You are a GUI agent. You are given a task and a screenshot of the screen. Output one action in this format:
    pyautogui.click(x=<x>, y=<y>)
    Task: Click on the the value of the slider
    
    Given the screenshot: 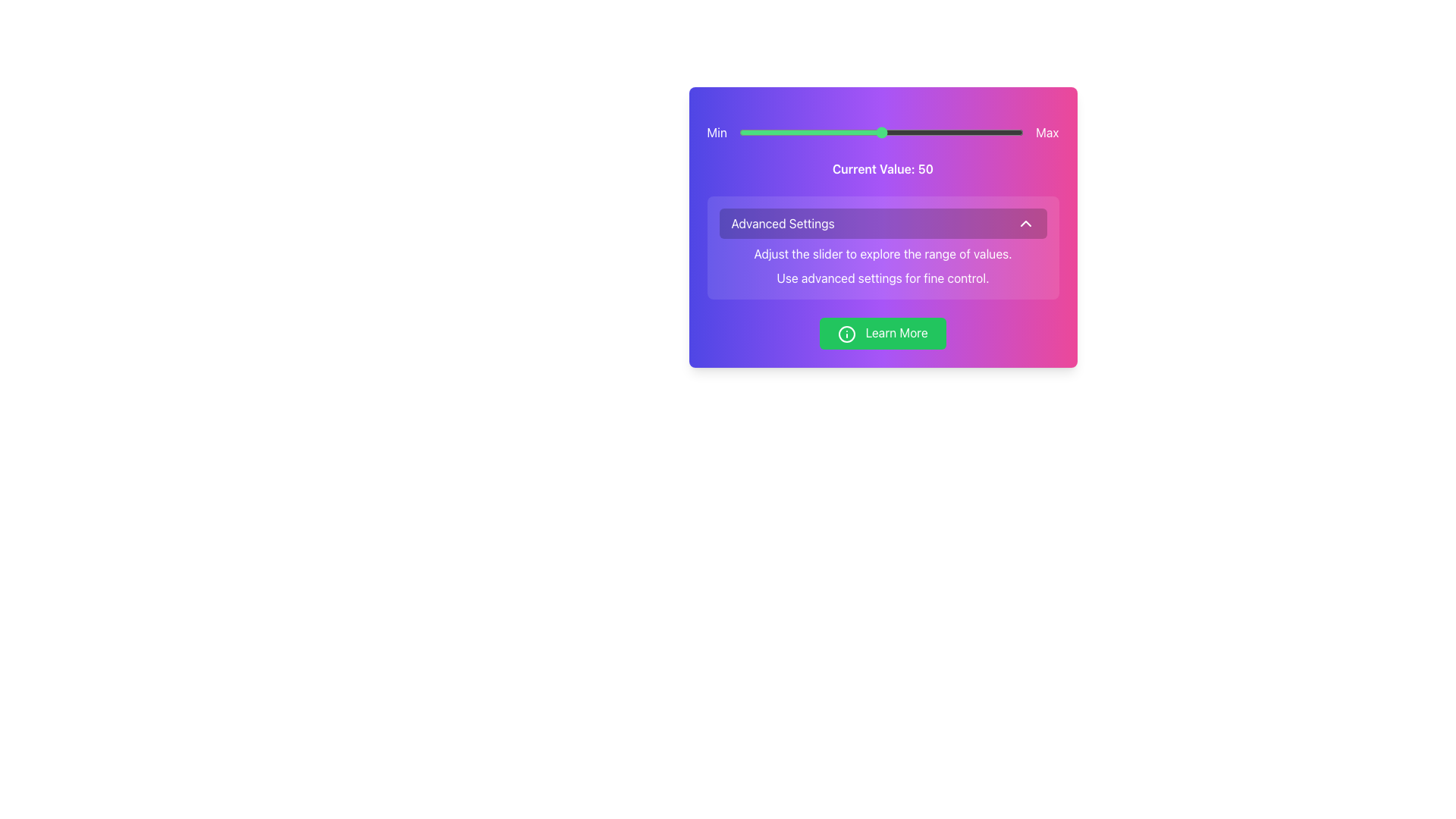 What is the action you would take?
    pyautogui.click(x=990, y=131)
    